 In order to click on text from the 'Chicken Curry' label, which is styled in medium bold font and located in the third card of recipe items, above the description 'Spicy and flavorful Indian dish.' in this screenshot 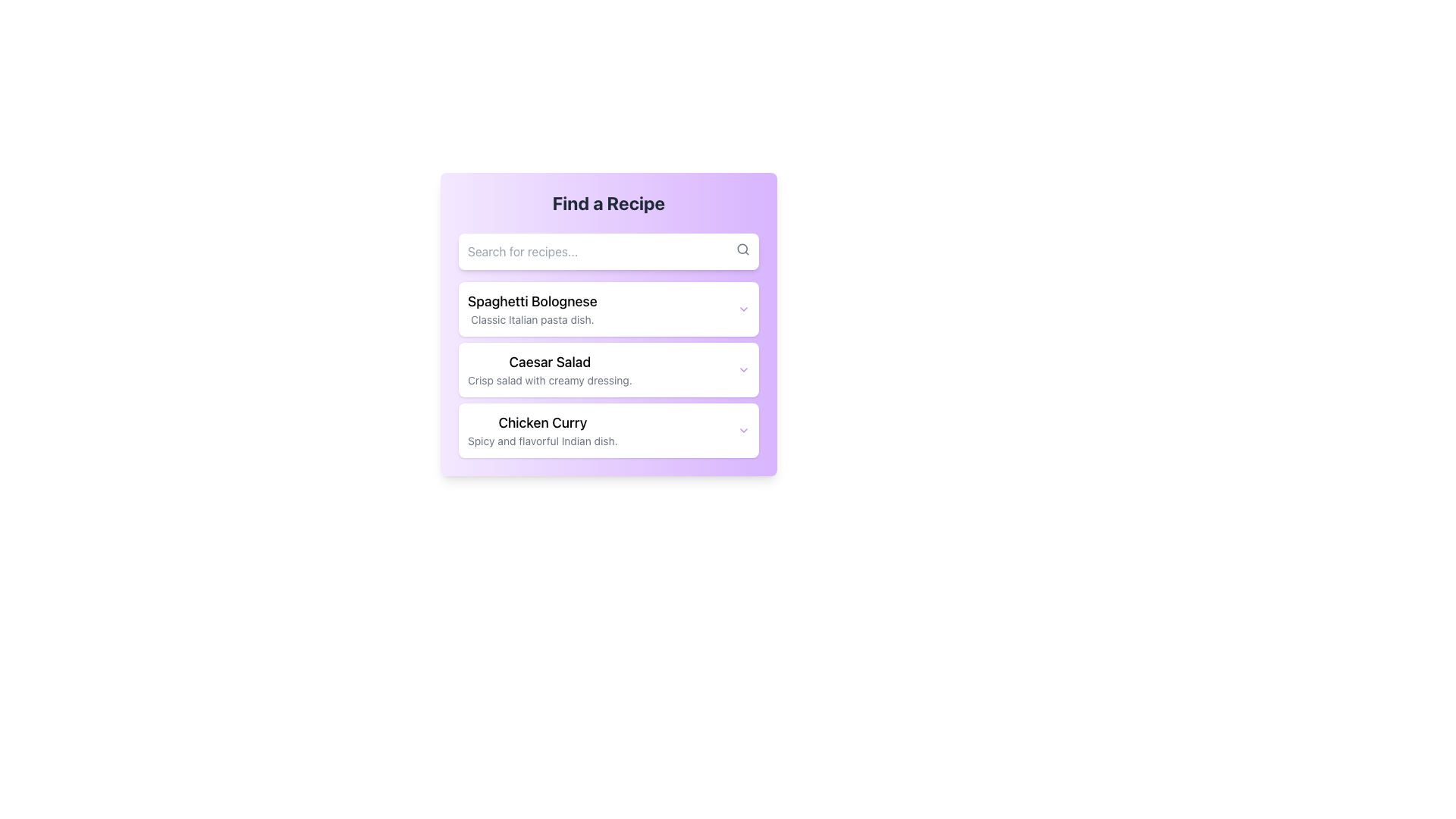, I will do `click(542, 430)`.